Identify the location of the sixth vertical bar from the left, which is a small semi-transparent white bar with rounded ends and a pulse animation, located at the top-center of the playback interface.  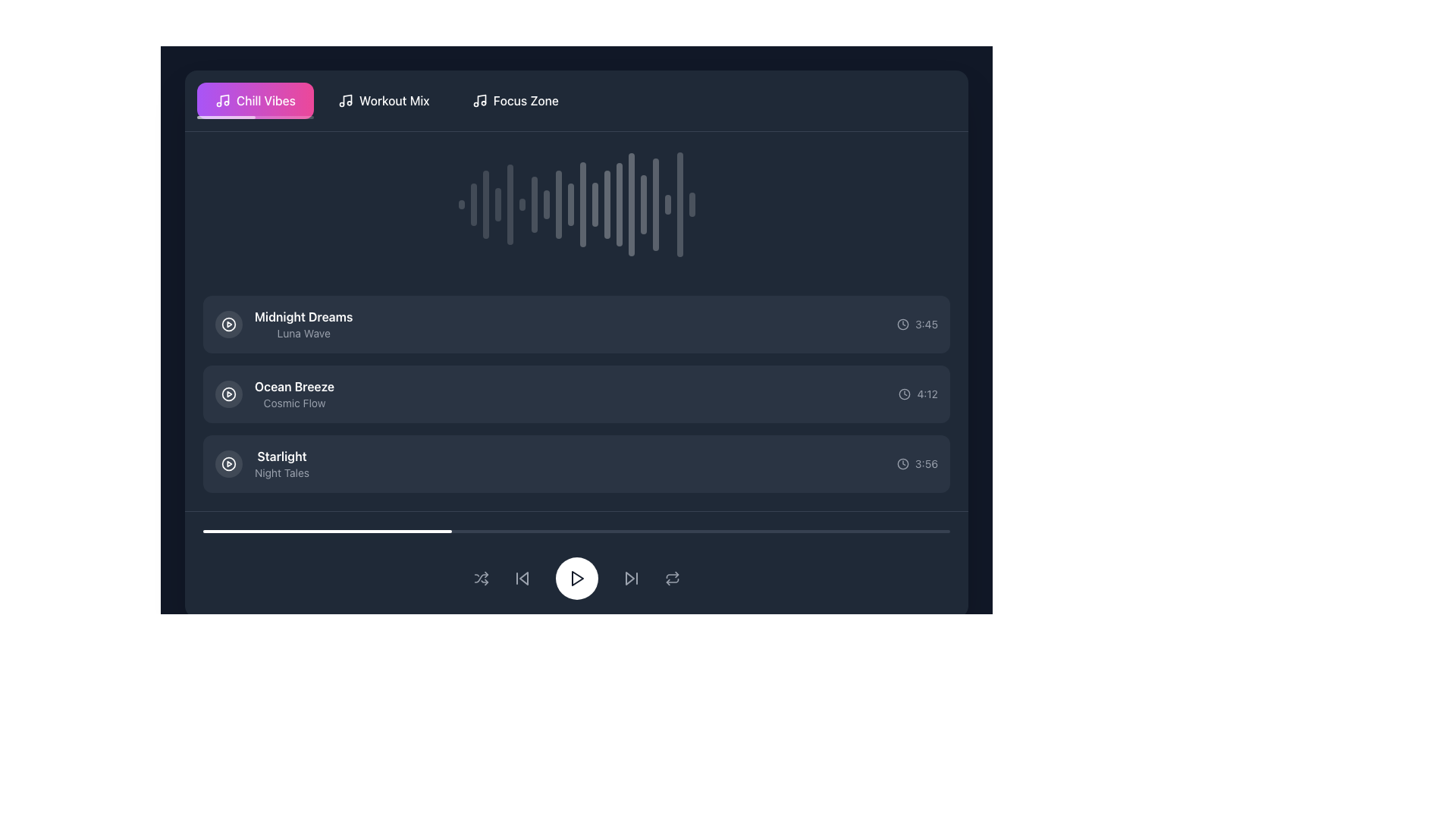
(522, 205).